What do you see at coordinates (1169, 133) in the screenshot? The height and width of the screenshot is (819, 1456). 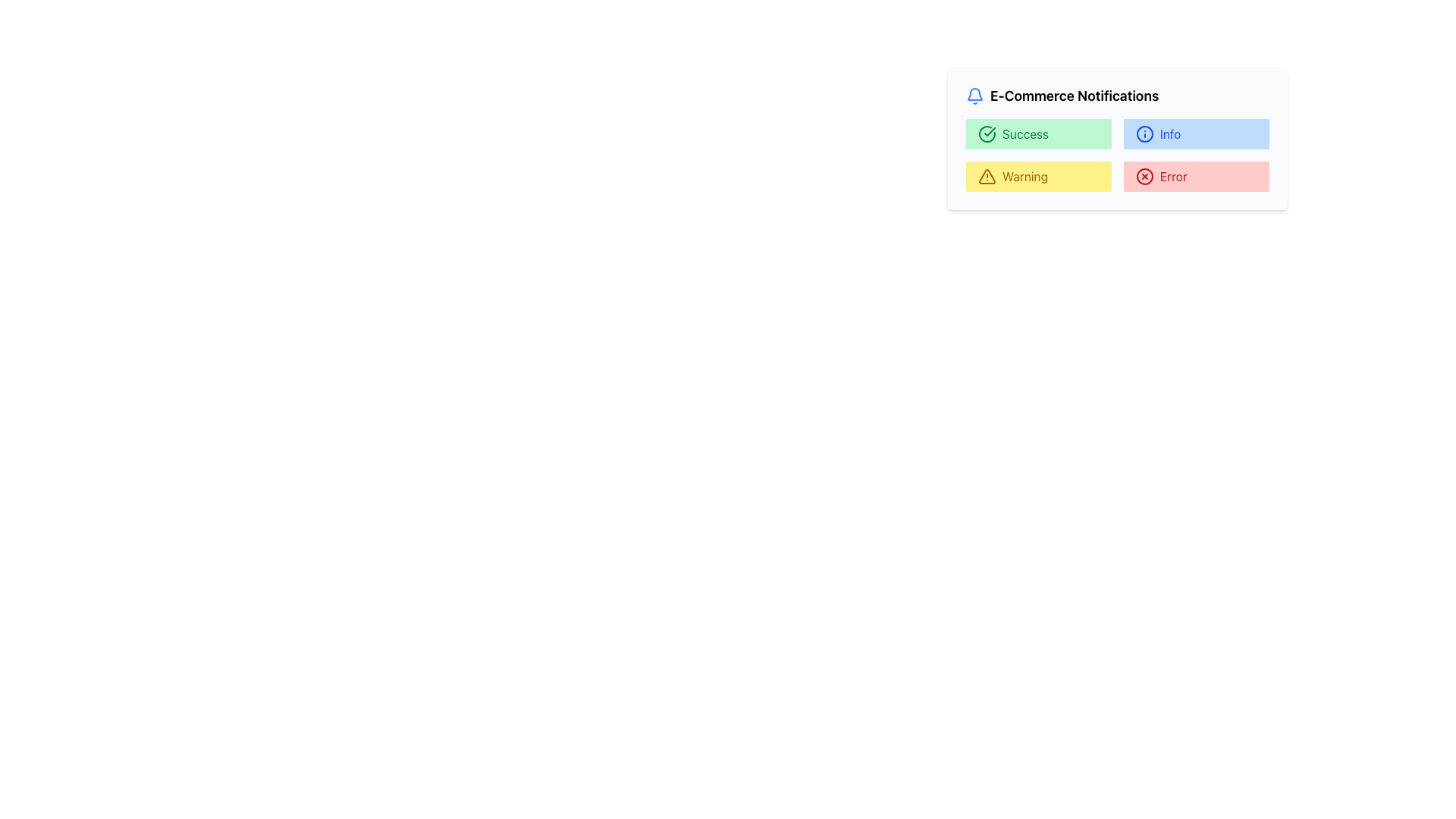 I see `the 'Info' notification button label, which provides further details when interacted with` at bounding box center [1169, 133].